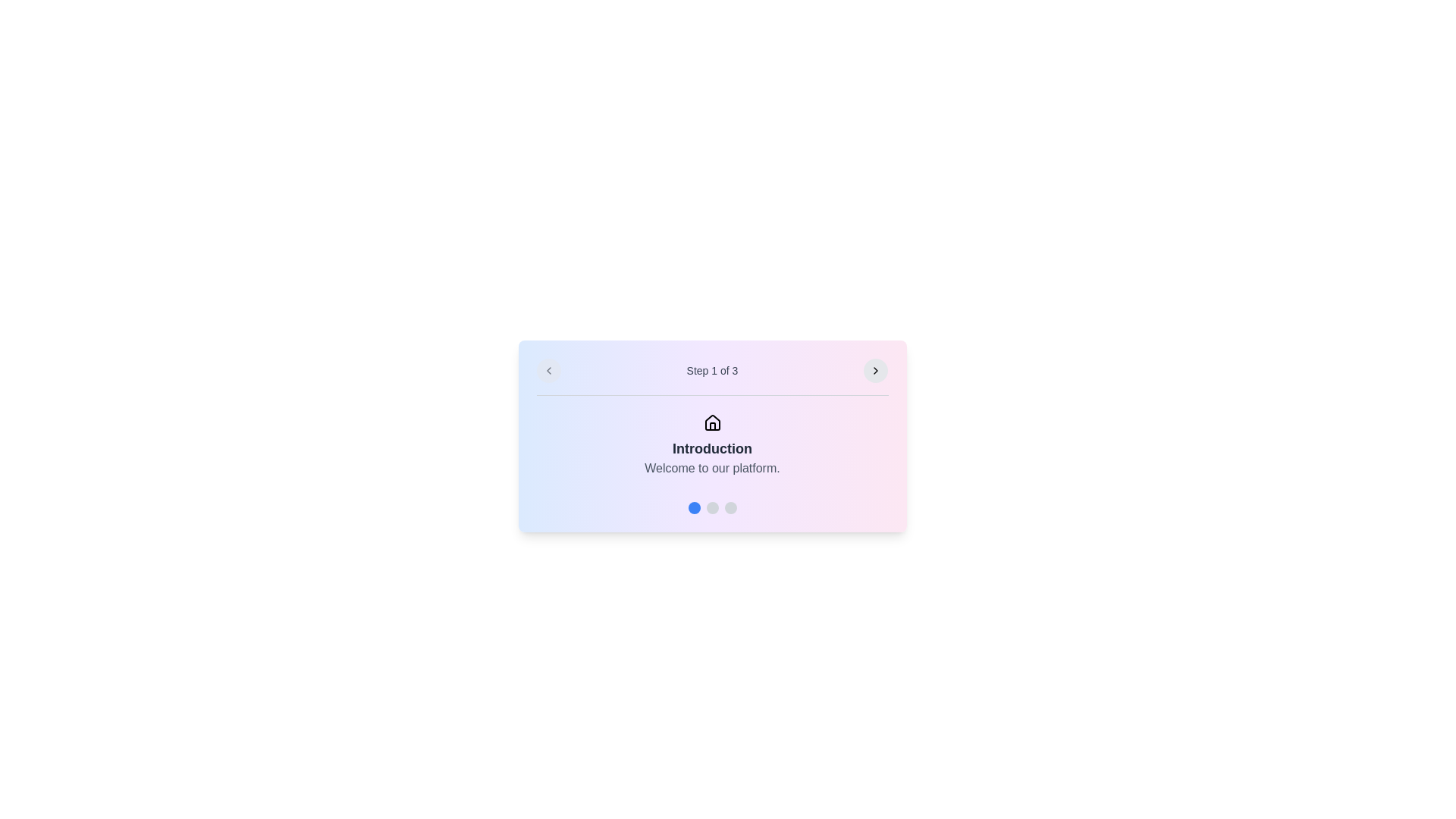  What do you see at coordinates (876, 371) in the screenshot?
I see `the chevron-right icon located in the top-right corner of the navigation header to proceed to the next step in the wizard` at bounding box center [876, 371].